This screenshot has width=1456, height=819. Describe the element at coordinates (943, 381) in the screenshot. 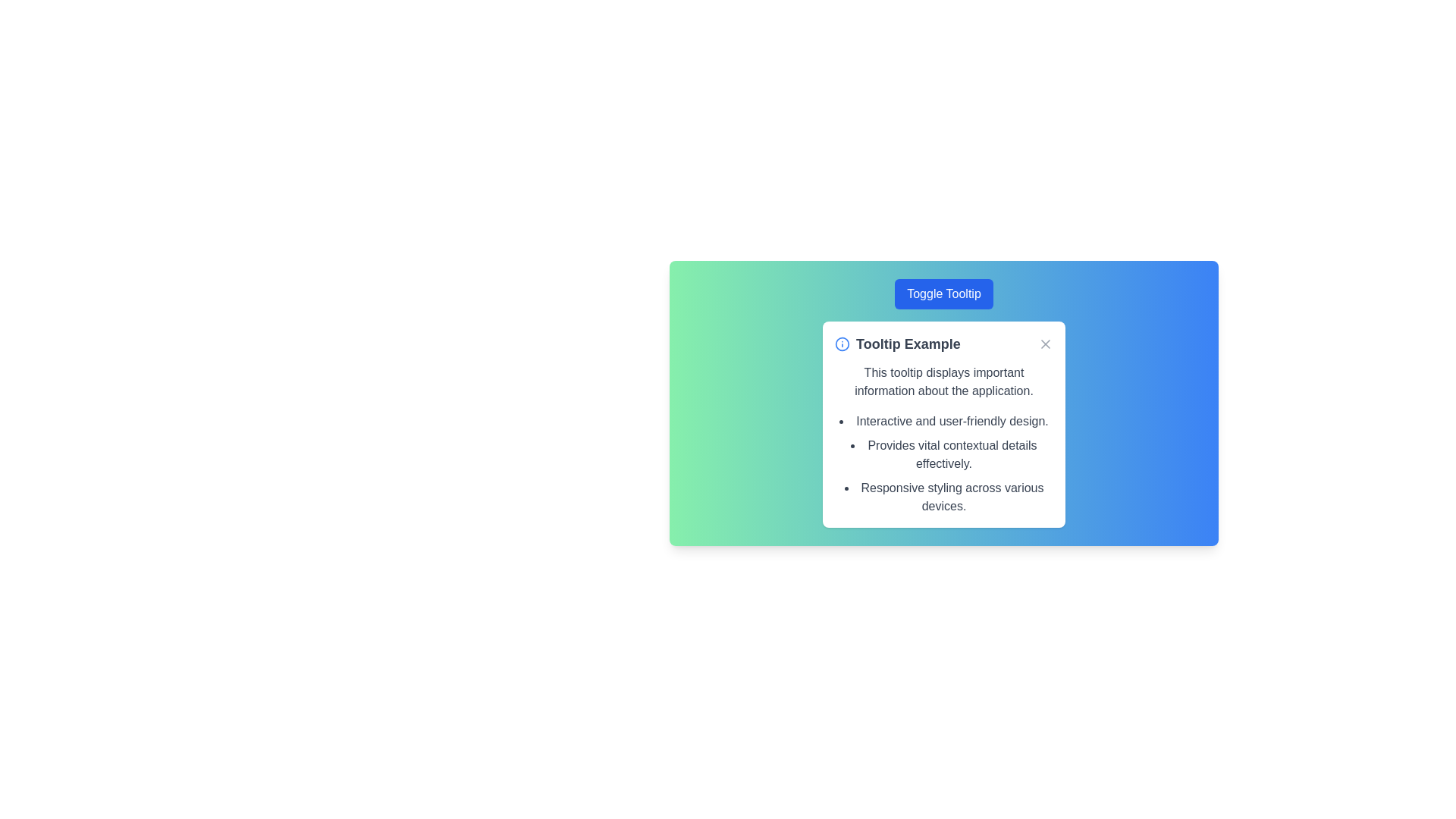

I see `the text block containing the sentence 'This tooltip displays important information about the application.' which is styled with a gray font and located below the title 'Tooltip Example.'` at that location.